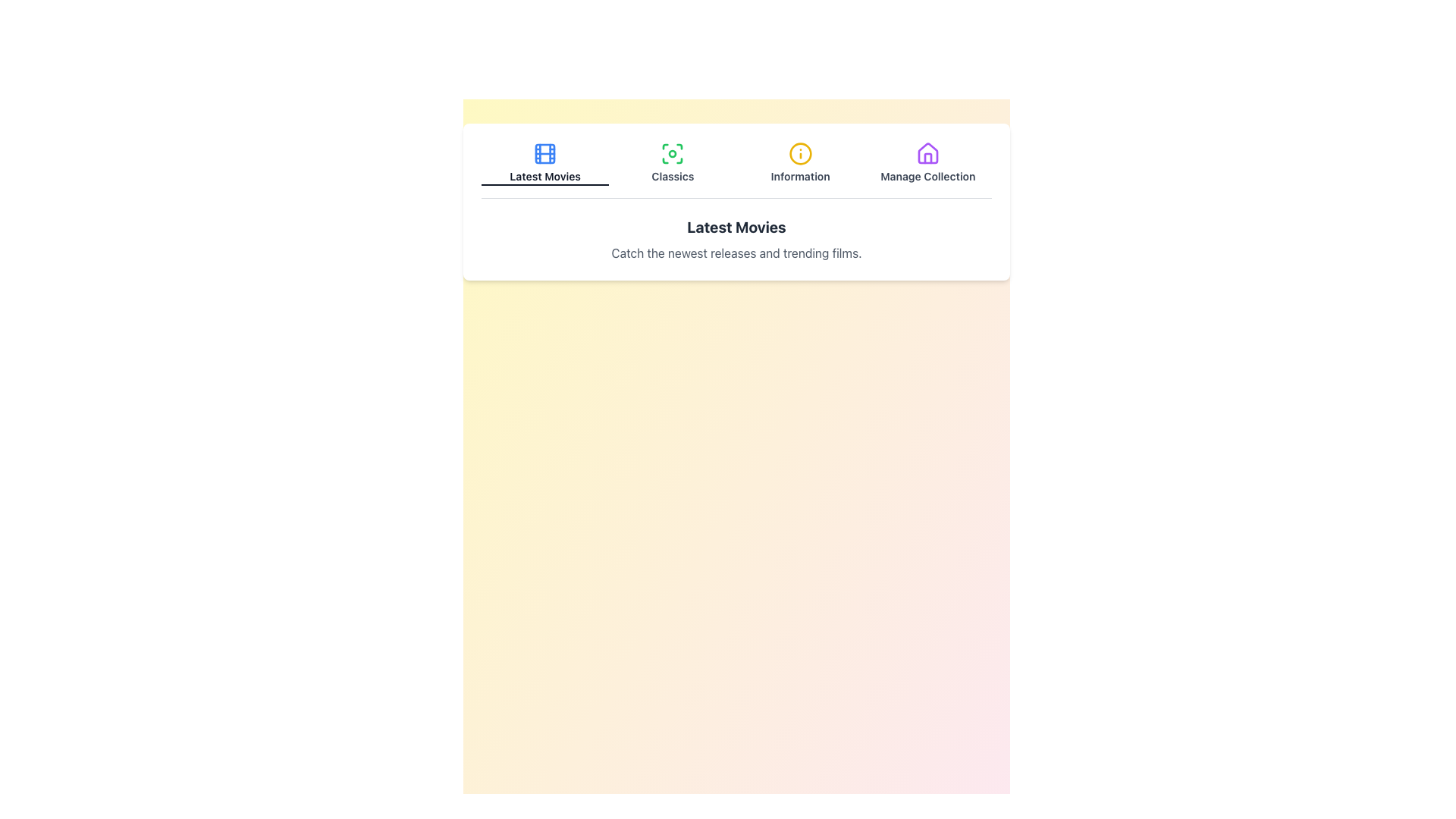 The height and width of the screenshot is (819, 1456). Describe the element at coordinates (736, 227) in the screenshot. I see `the heading text label that introduces the latest movies, positioned above the sibling element containing 'Catch the newest releases and trending films.'` at that location.